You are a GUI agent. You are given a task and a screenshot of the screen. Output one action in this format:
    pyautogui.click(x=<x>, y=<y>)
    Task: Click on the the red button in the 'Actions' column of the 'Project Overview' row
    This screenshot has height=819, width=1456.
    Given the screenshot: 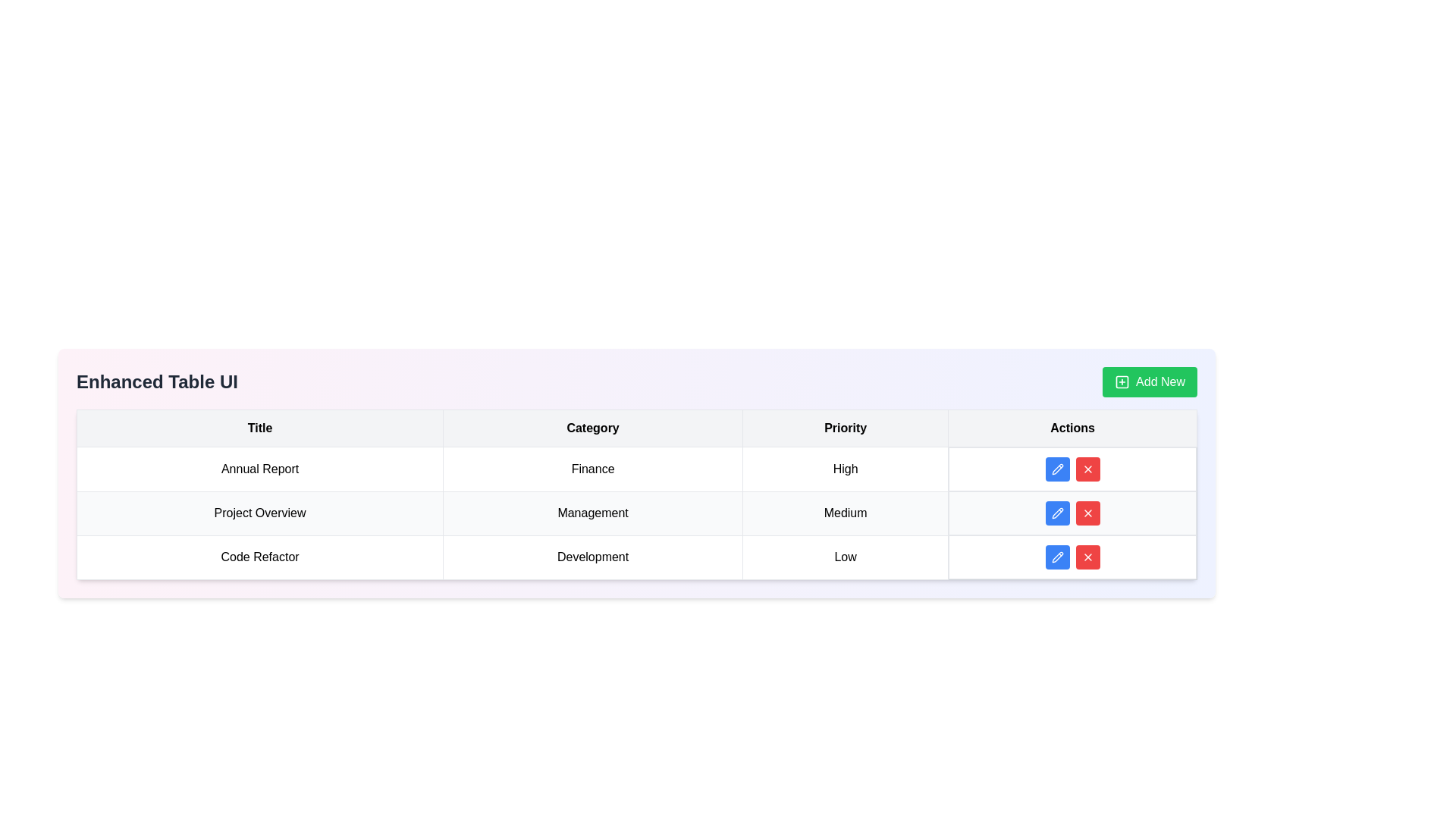 What is the action you would take?
    pyautogui.click(x=1072, y=513)
    